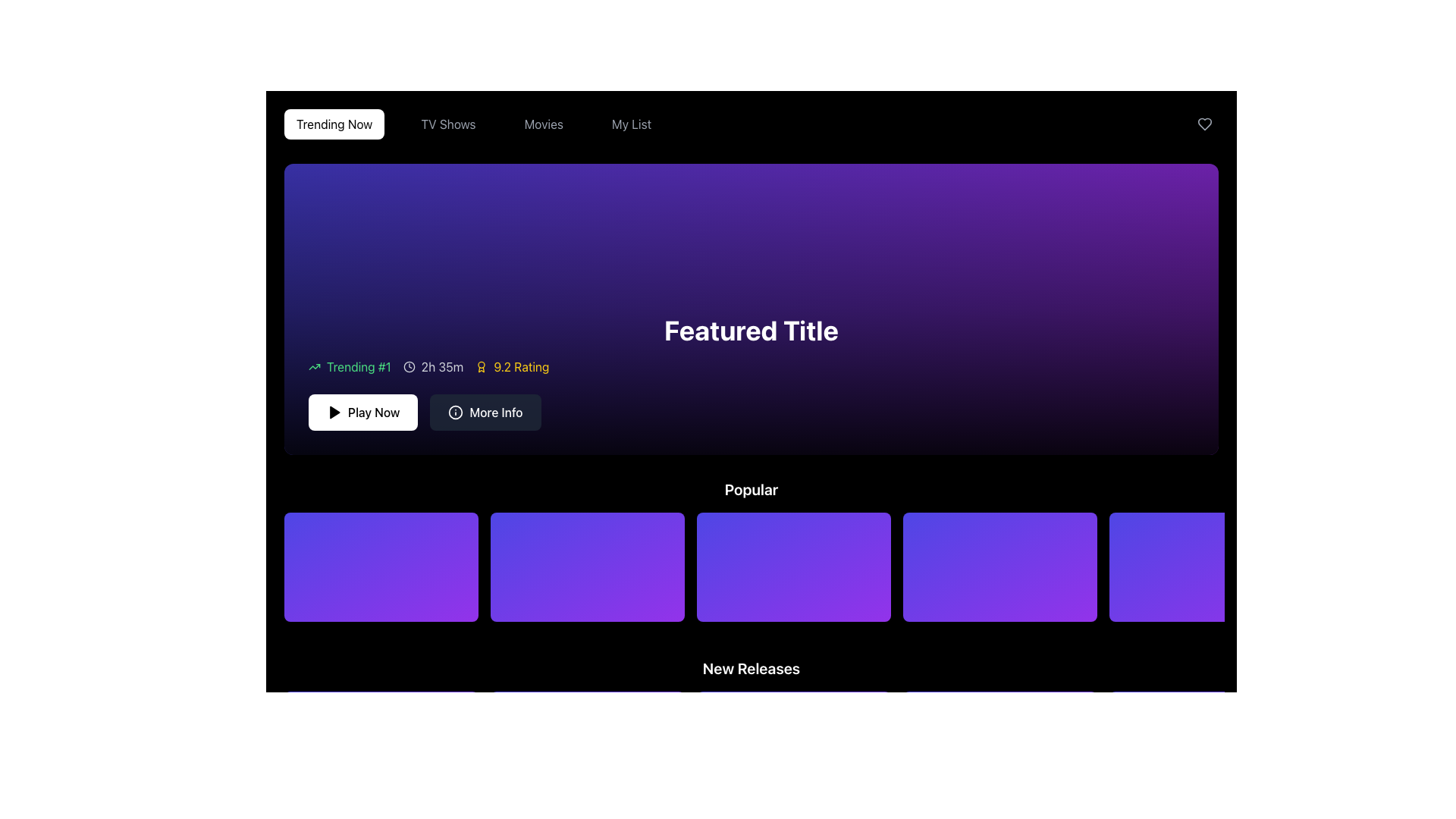 The width and height of the screenshot is (1456, 819). I want to click on the '9.2 Rating' text element with a yellow font and award icon, located between '2h 35m' and 'Play Now' button, so click(512, 366).